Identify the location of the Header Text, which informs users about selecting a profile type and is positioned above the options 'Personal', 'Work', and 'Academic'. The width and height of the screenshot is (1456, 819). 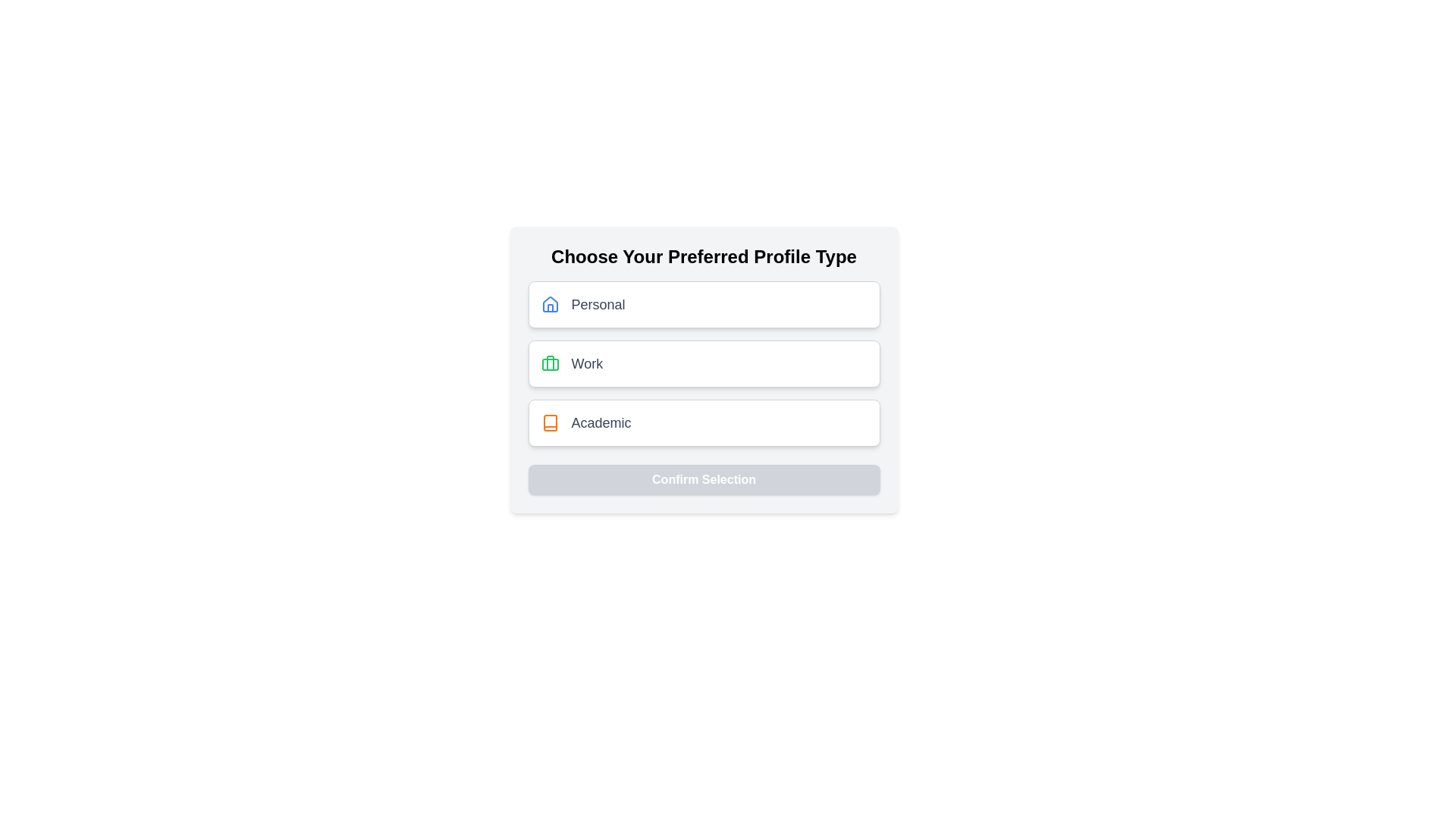
(703, 256).